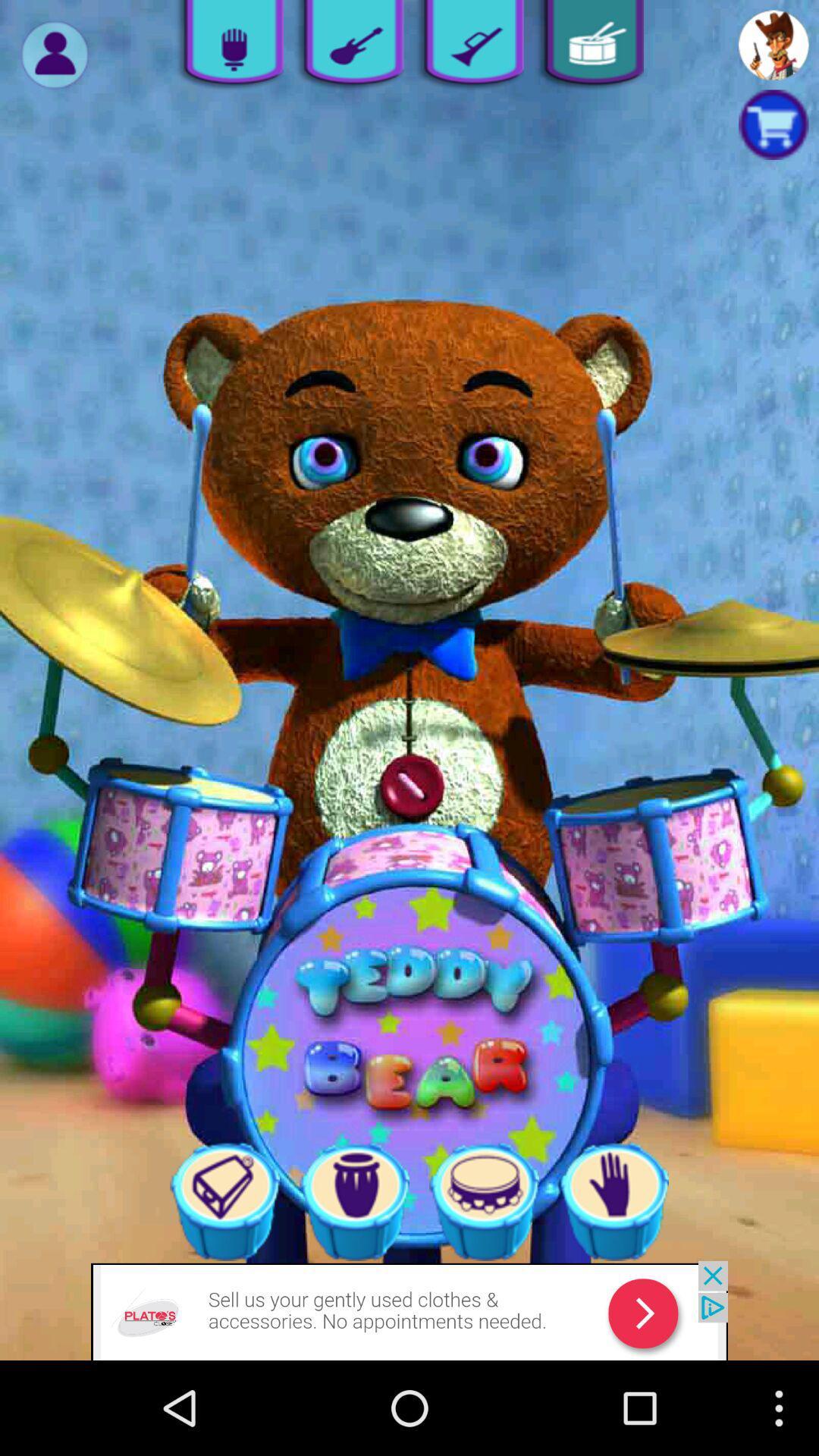 The height and width of the screenshot is (1456, 819). What do you see at coordinates (54, 58) in the screenshot?
I see `the avatar icon` at bounding box center [54, 58].